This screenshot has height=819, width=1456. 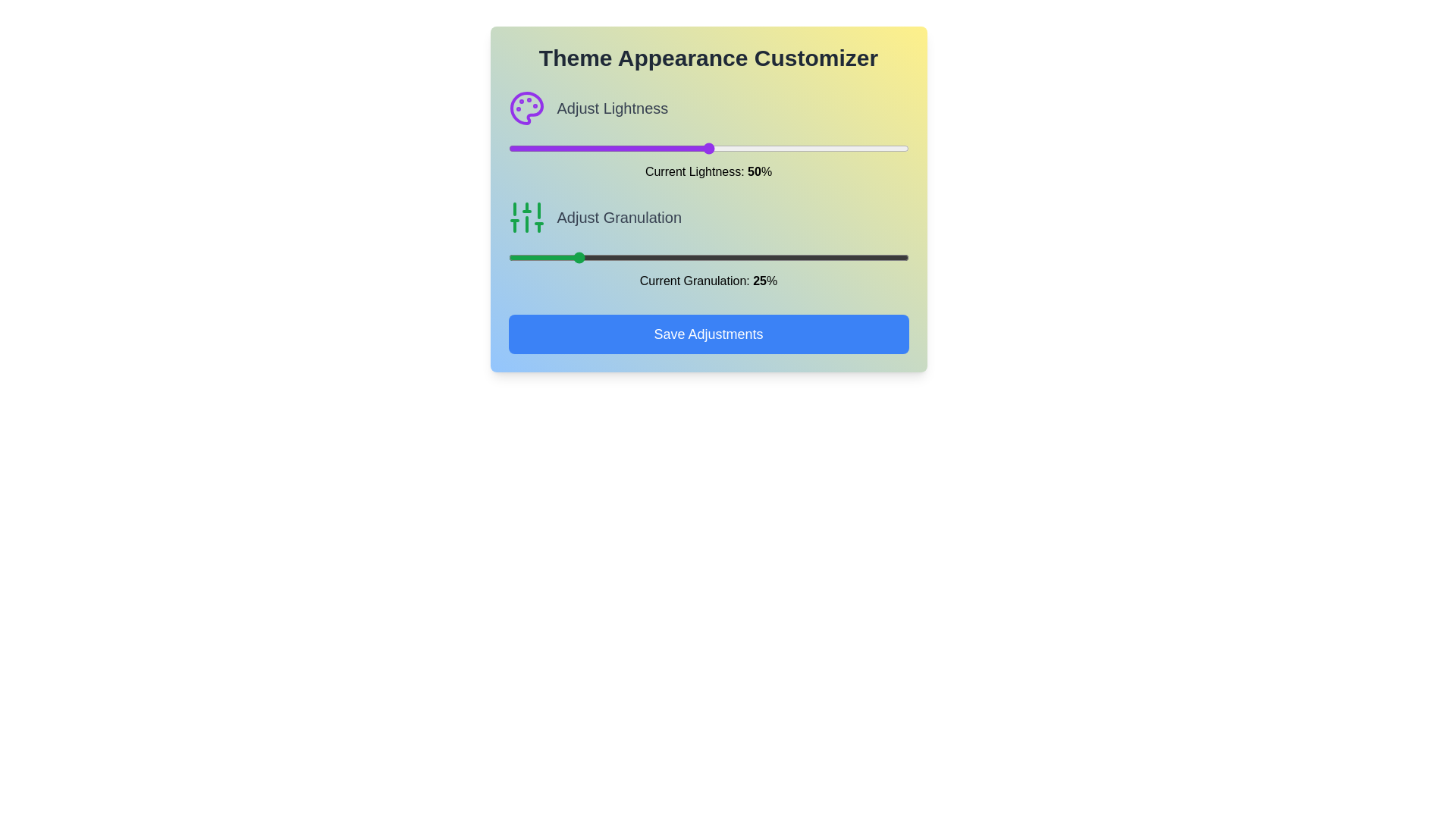 I want to click on the lightness slider to 0%, so click(x=508, y=149).